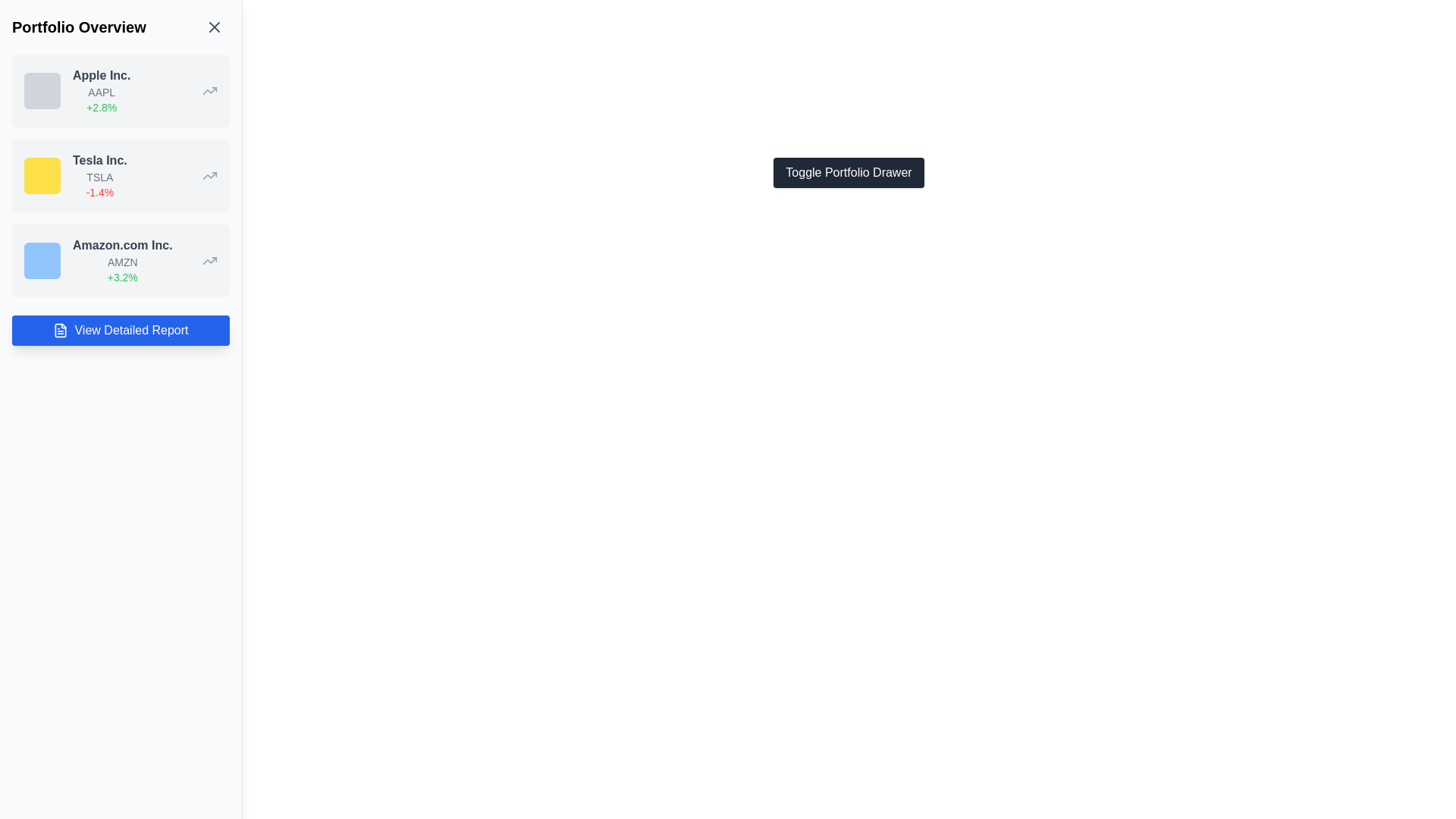 The image size is (1456, 819). What do you see at coordinates (131, 329) in the screenshot?
I see `the button located at the bottom of the left-aligned panel labeled 'Portfolio Overview'` at bounding box center [131, 329].